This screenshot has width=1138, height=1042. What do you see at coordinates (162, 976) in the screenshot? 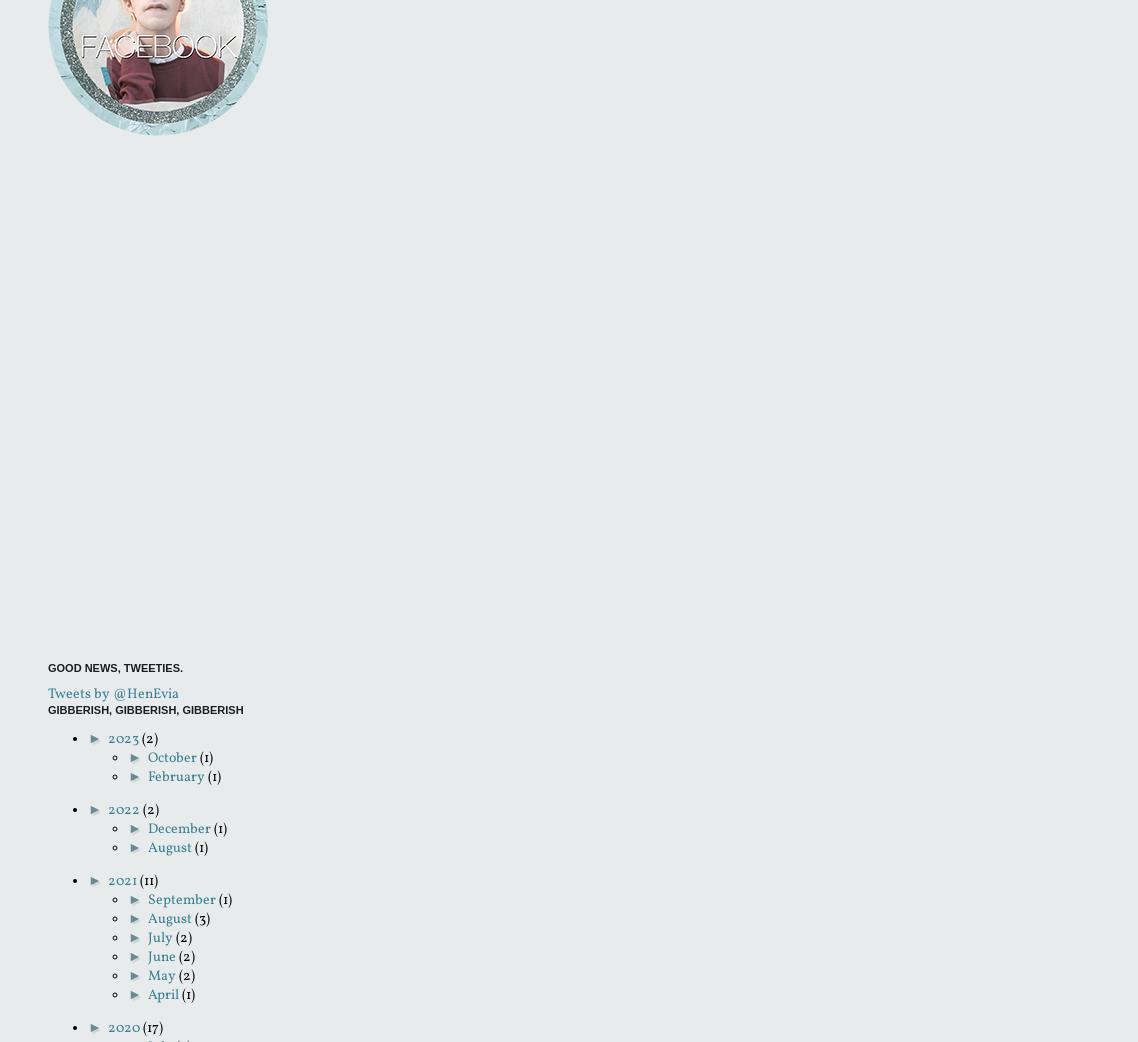
I see `'May'` at bounding box center [162, 976].